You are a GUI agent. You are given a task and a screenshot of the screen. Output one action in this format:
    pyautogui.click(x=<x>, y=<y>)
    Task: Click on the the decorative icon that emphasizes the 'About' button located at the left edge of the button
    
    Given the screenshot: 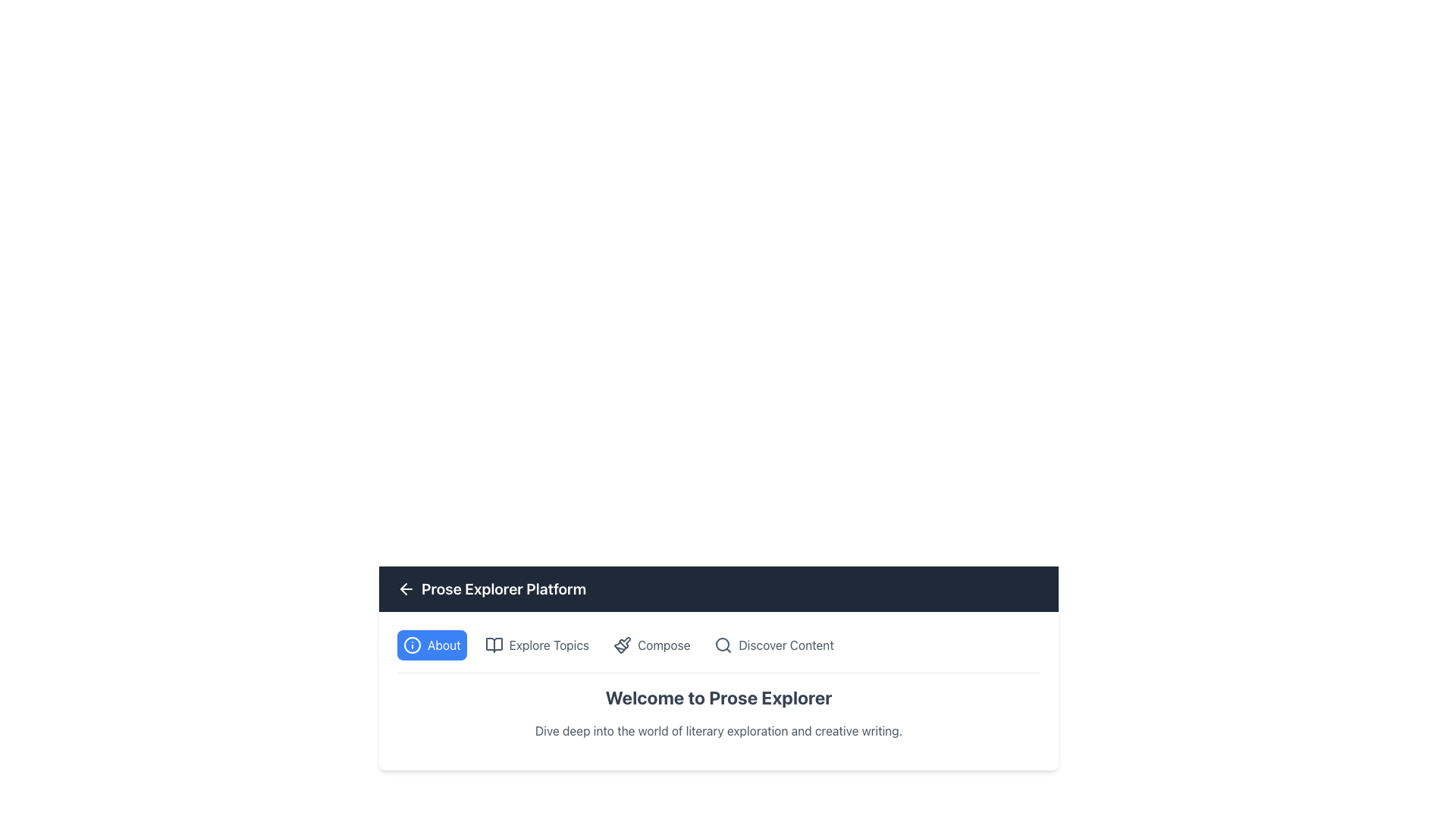 What is the action you would take?
    pyautogui.click(x=412, y=645)
    